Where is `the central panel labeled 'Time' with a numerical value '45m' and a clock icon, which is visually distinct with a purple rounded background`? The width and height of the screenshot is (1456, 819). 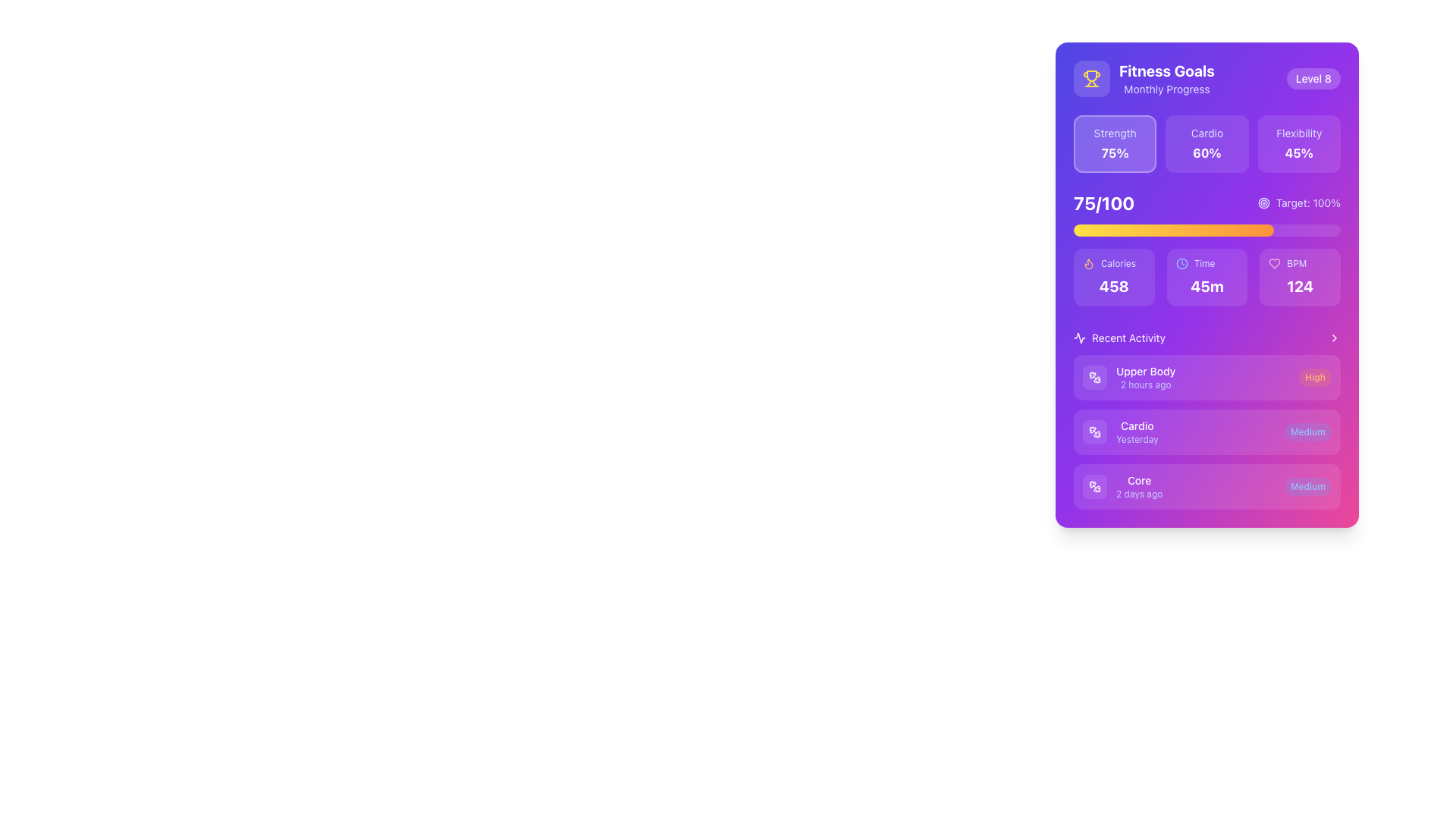
the central panel labeled 'Time' with a numerical value '45m' and a clock icon, which is visually distinct with a purple rounded background is located at coordinates (1207, 278).